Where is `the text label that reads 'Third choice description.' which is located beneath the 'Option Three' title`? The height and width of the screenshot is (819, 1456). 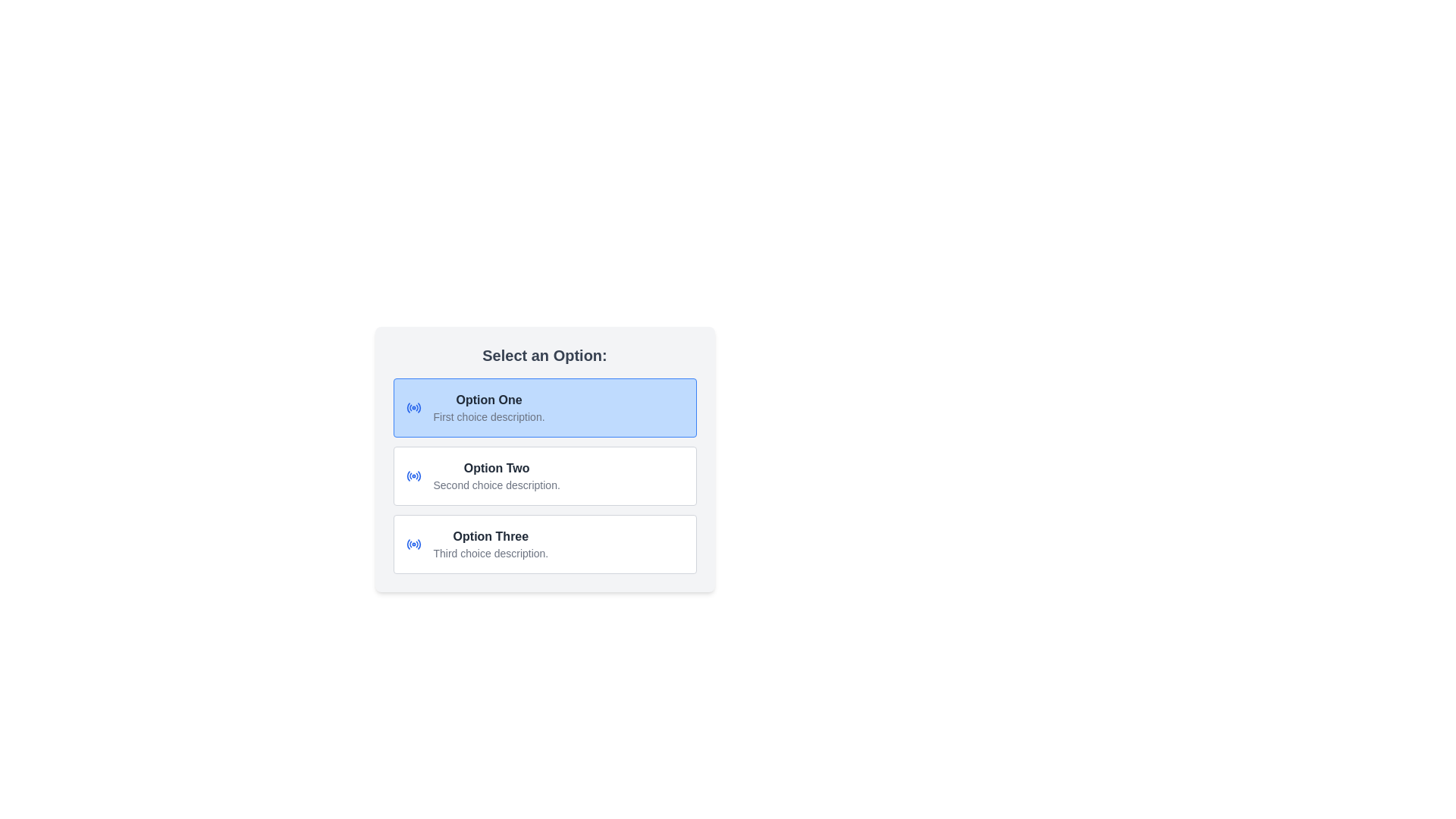 the text label that reads 'Third choice description.' which is located beneath the 'Option Three' title is located at coordinates (491, 553).